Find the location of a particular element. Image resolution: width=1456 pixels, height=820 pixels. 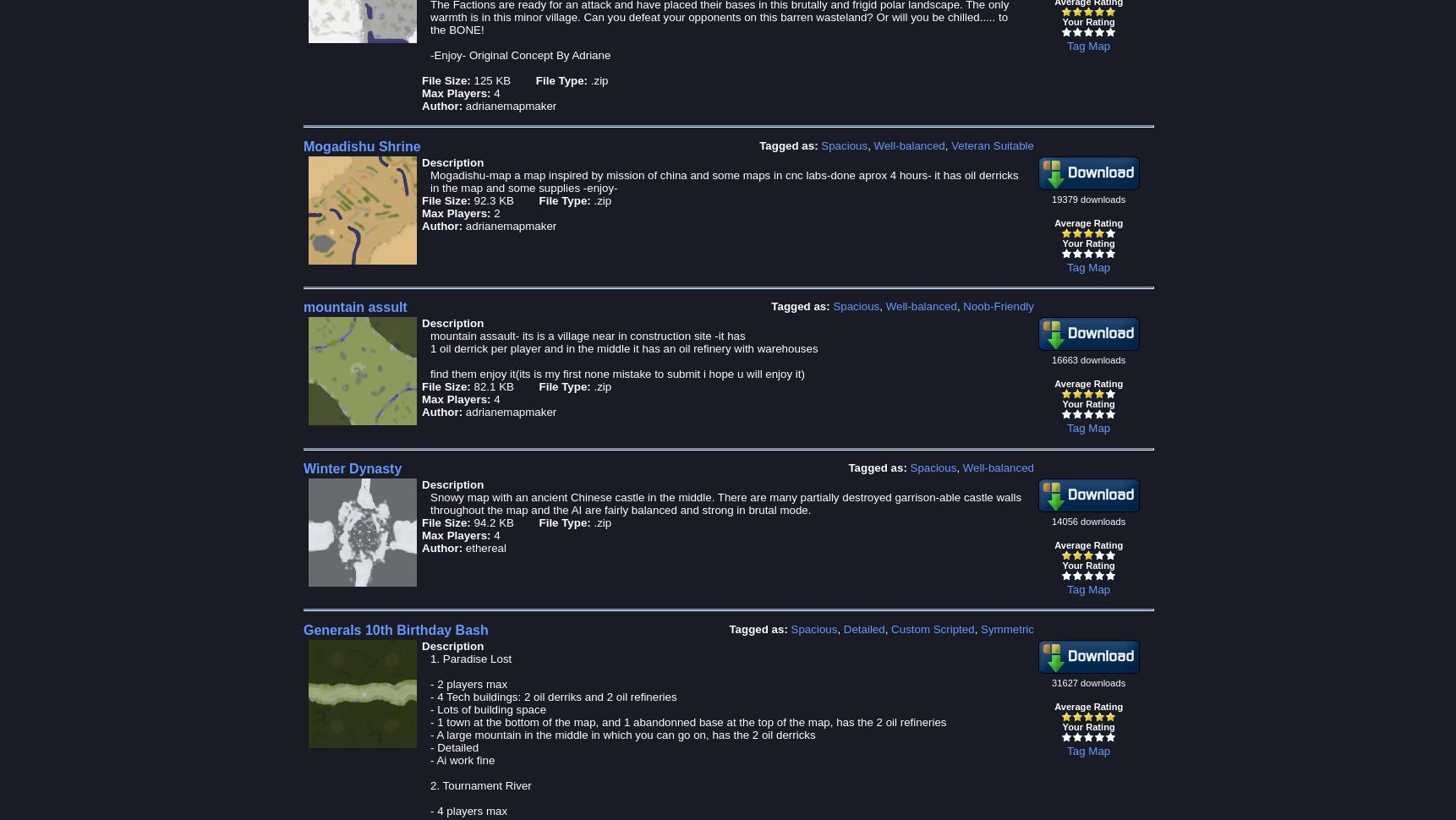

'1 oil derrick per player and in the middle it has an oil refinery with warehouses' is located at coordinates (624, 348).